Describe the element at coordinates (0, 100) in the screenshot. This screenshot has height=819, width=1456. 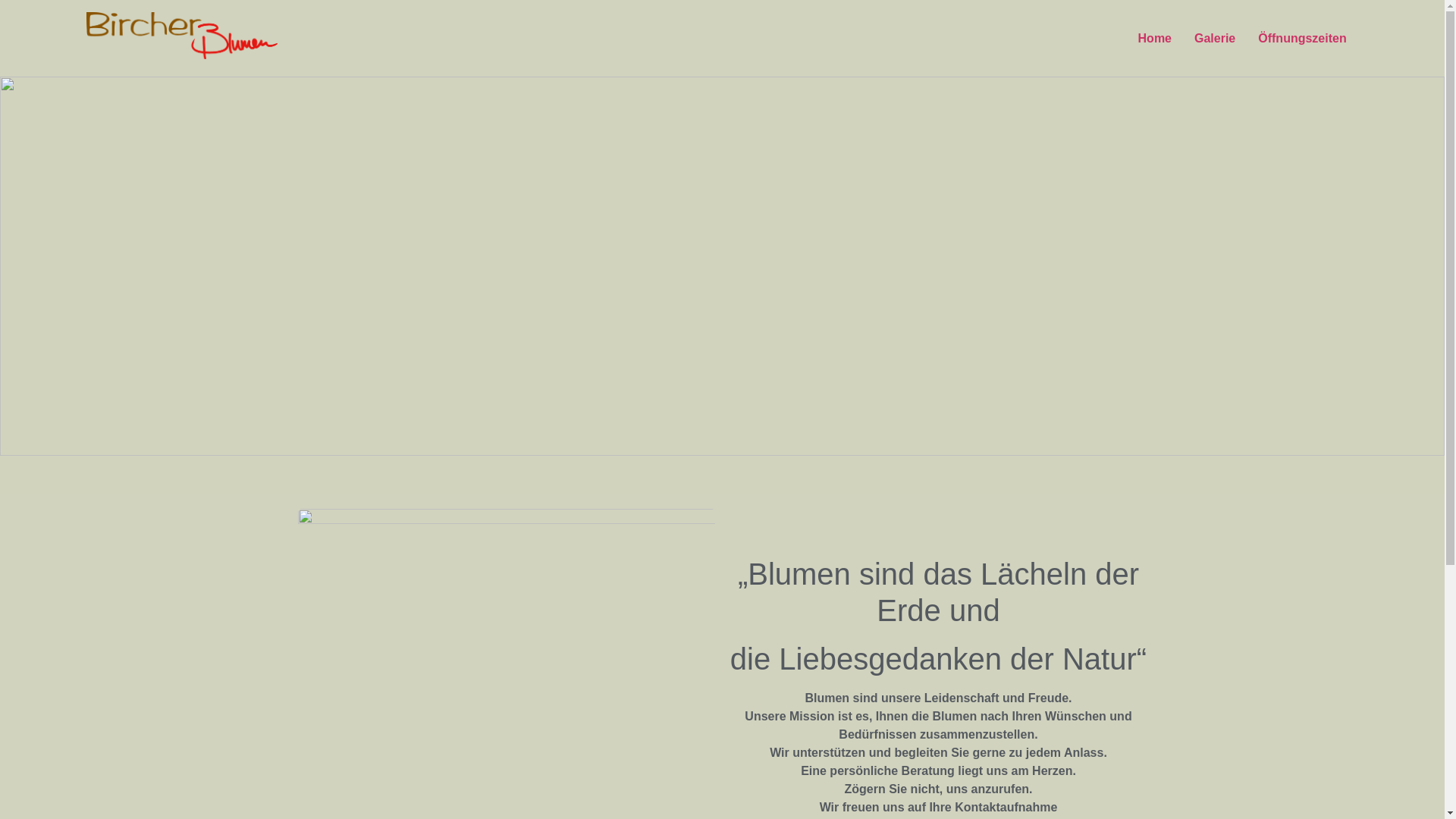
I see `'Home'` at that location.